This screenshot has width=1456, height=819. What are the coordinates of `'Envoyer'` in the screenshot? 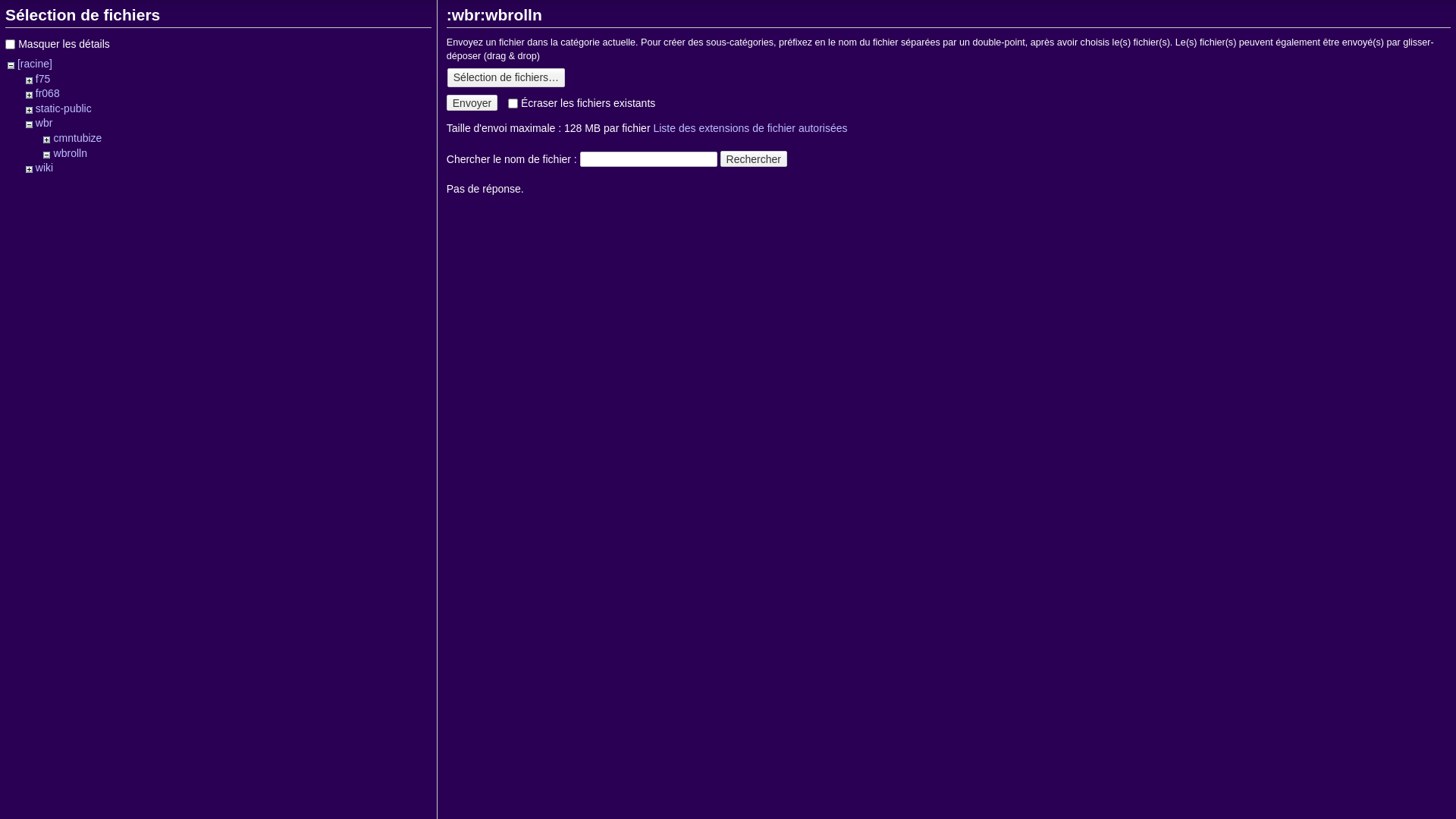 It's located at (471, 102).